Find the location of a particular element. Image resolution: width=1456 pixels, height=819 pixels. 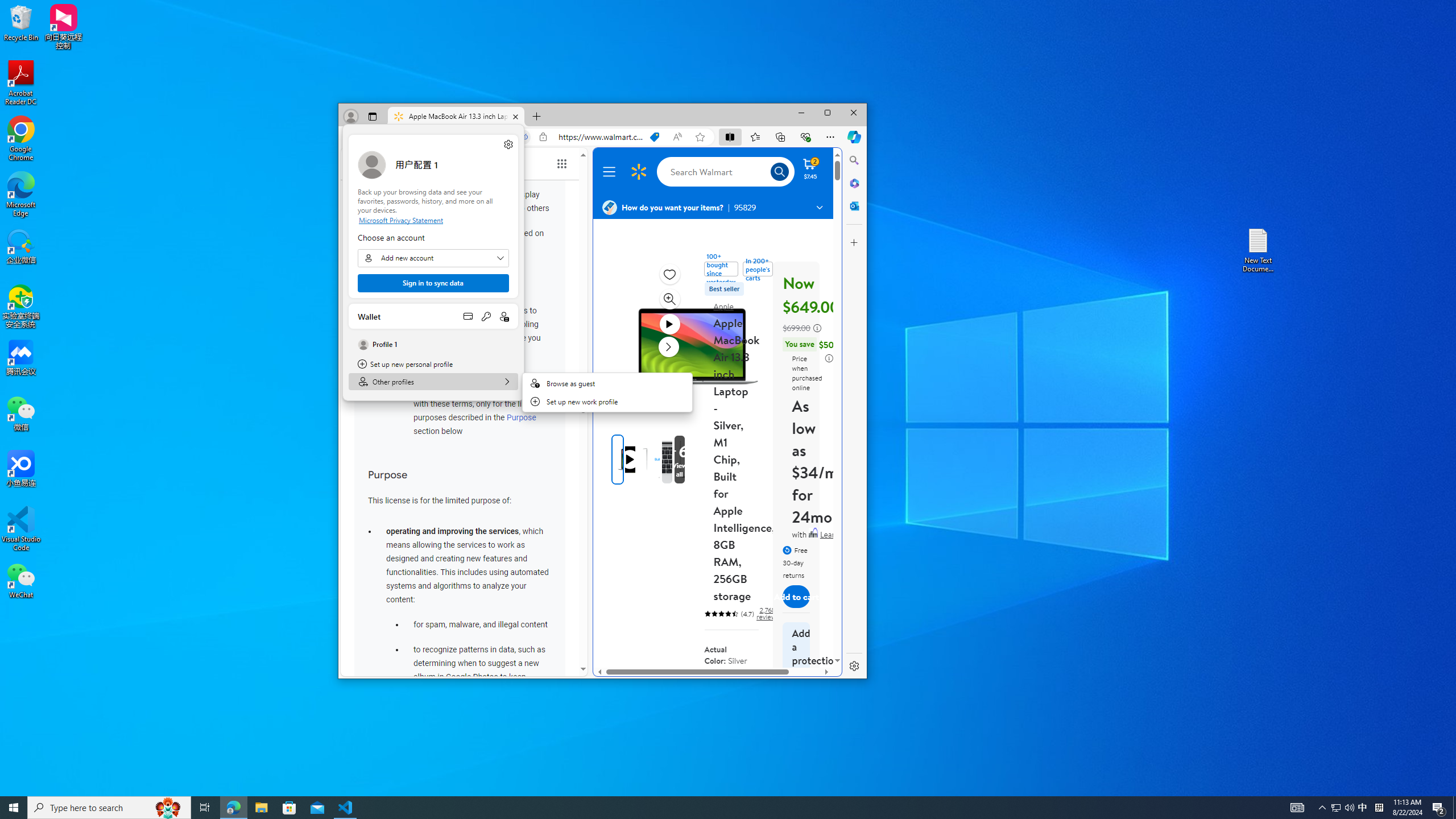

'User Promoted Notification Area' is located at coordinates (1342, 806).